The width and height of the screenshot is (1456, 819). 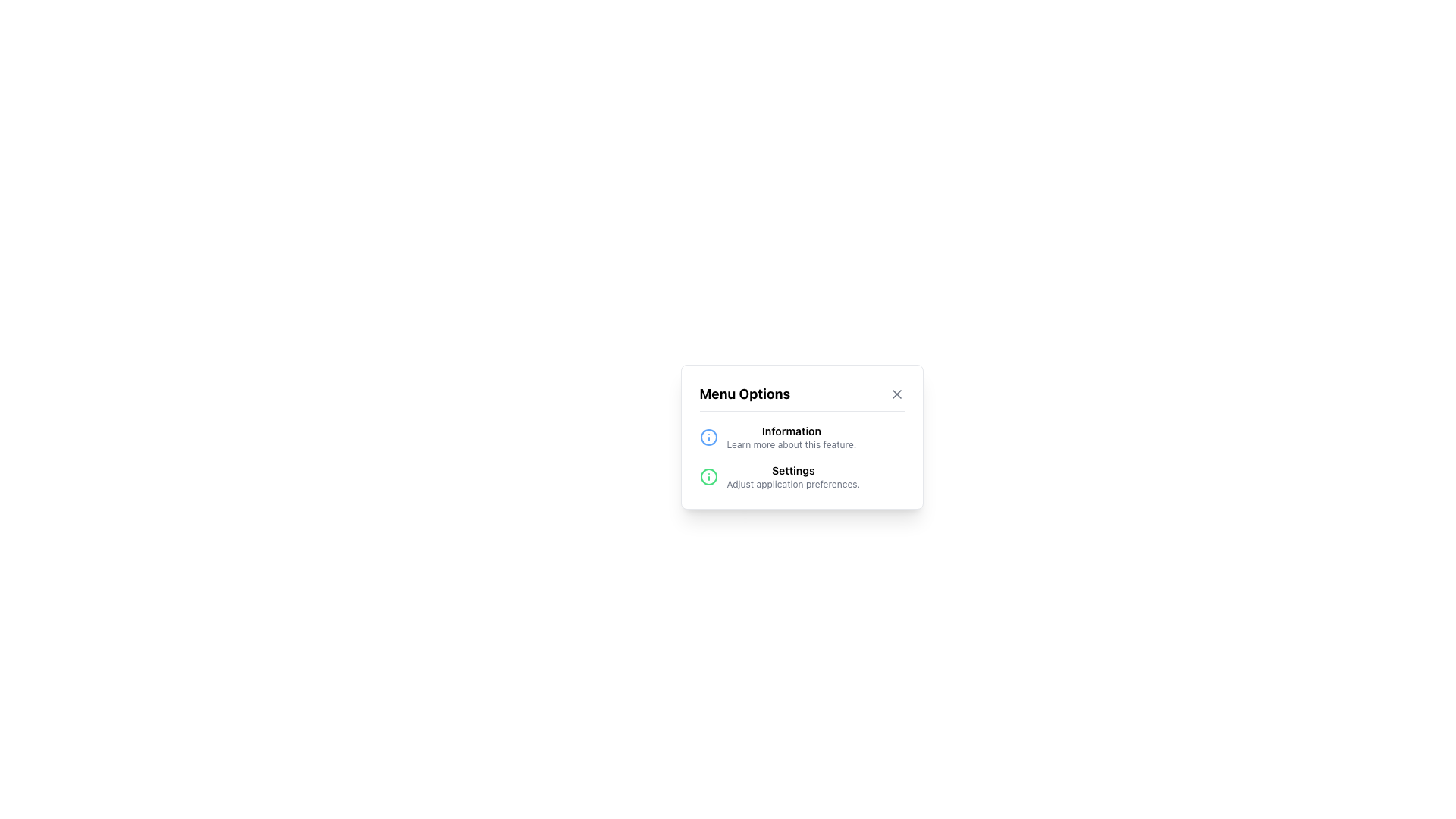 What do you see at coordinates (792, 484) in the screenshot?
I see `the descriptive label for the 'Settings' option located in the bottom-right region of the menu interface, directly below the 'Settings' heading` at bounding box center [792, 484].